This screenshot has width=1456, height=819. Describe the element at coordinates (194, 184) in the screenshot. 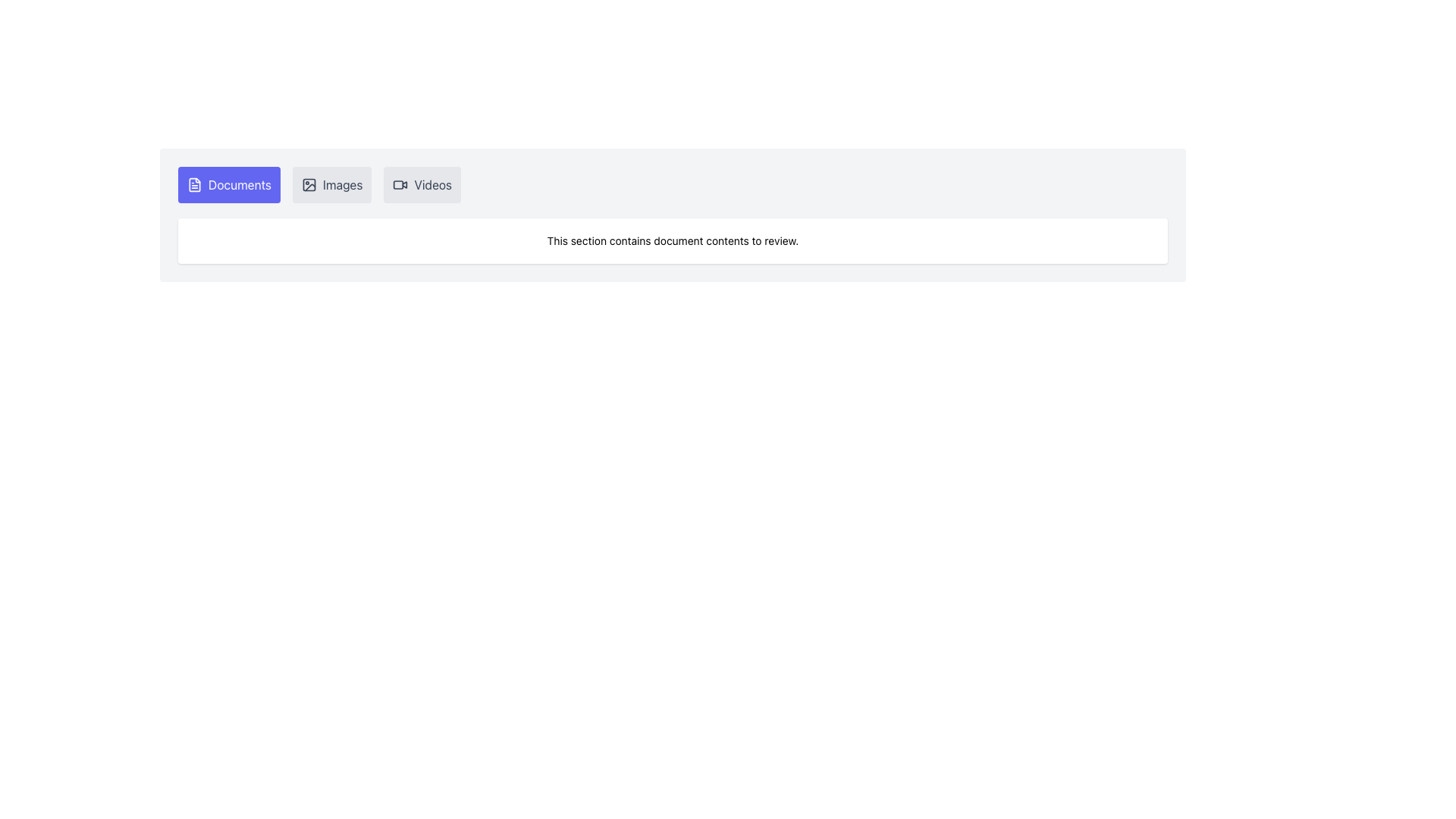

I see `the document icon located in the upper-left corner of the interface, which is the first icon in the 'Documents' tab group` at that location.